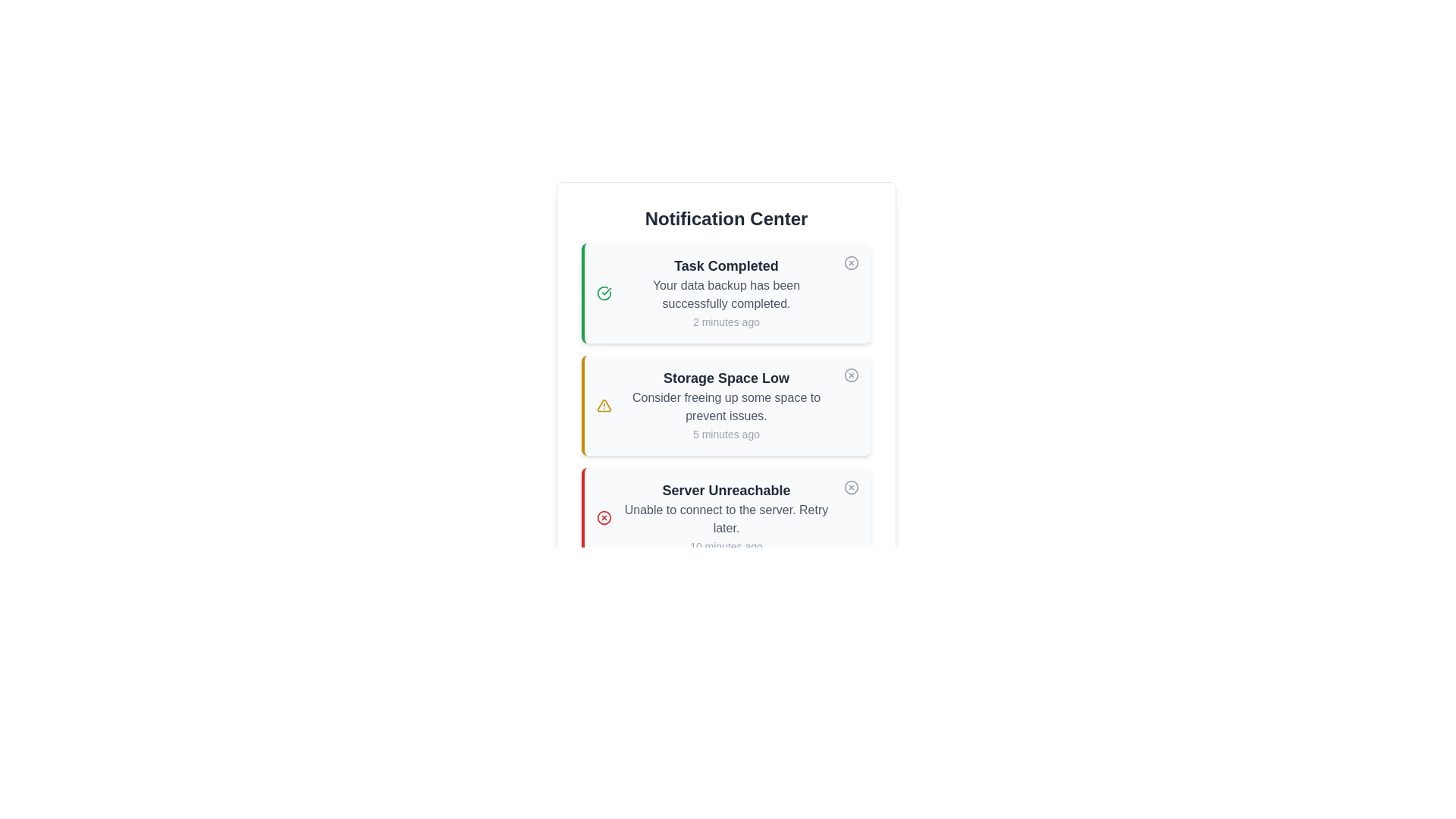  I want to click on the circular green checkmark icon in the top-left region of the 'Task Completed' notification card, indicating a completed task, so click(603, 293).